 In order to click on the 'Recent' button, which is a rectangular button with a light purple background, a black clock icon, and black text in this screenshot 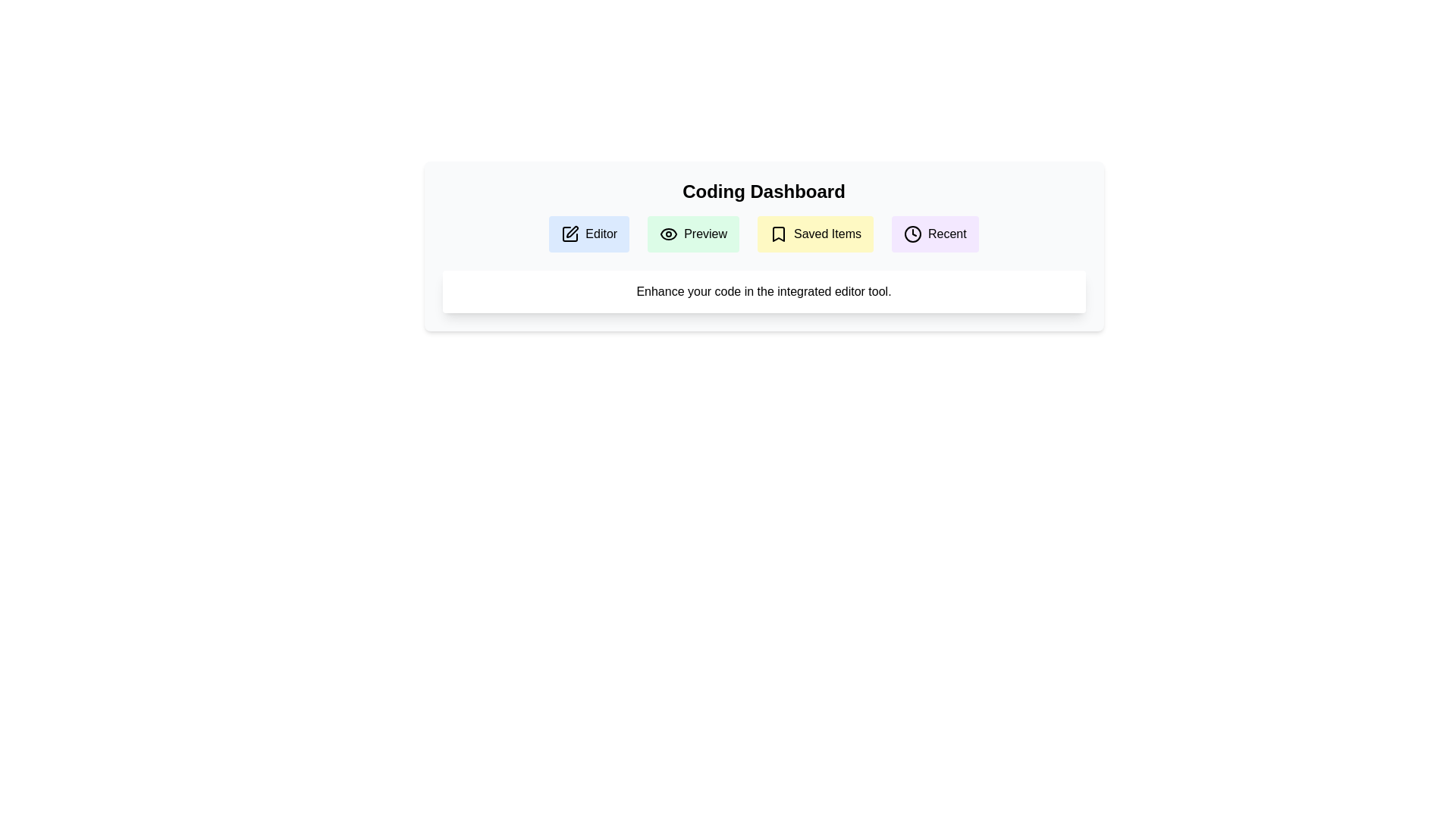, I will do `click(934, 234)`.